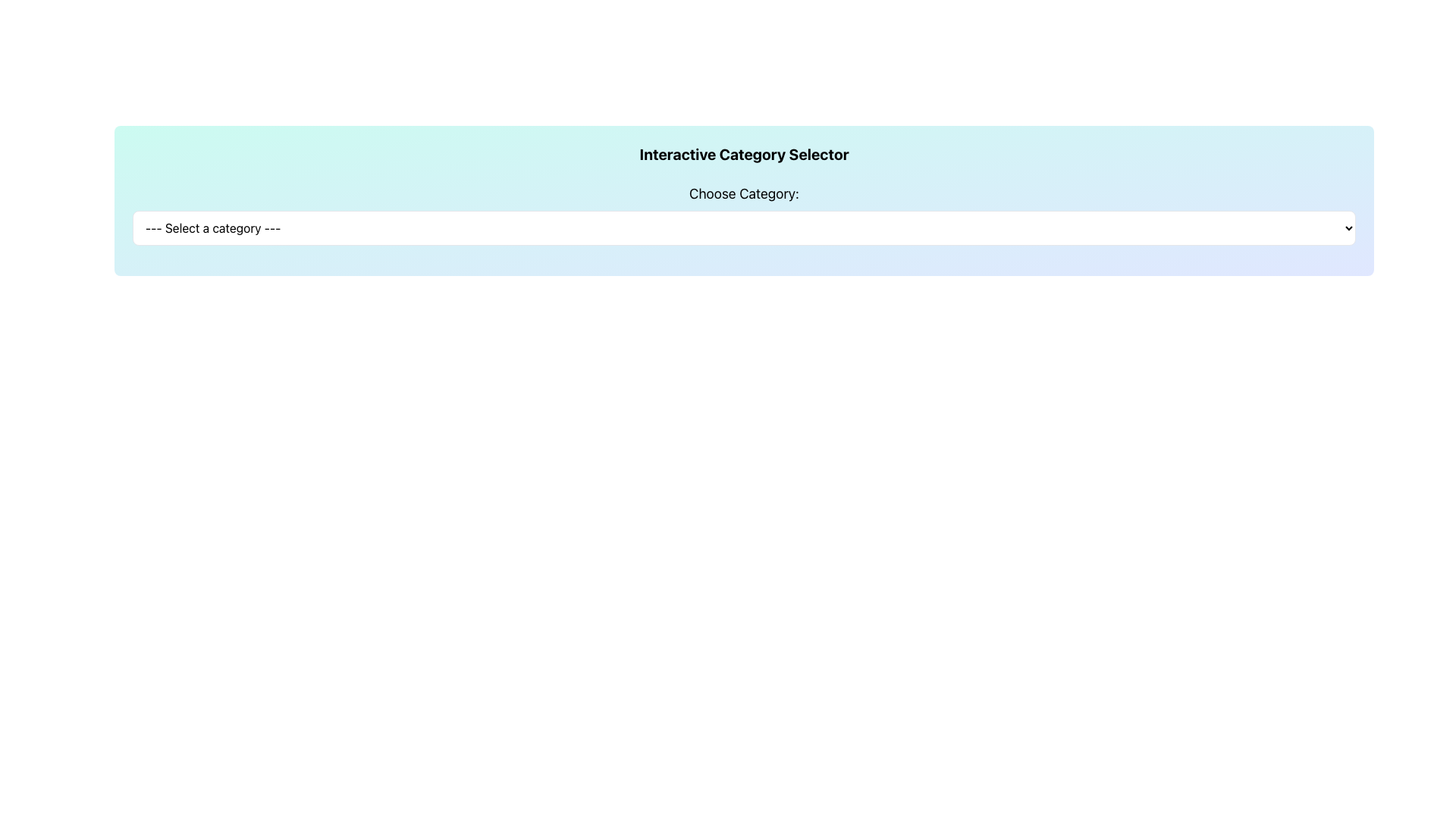  What do you see at coordinates (744, 155) in the screenshot?
I see `the Text Label that serves as a title or header for the interactive category selection interface, located centrally above the 'Choose Category:' label and dropdown menu` at bounding box center [744, 155].